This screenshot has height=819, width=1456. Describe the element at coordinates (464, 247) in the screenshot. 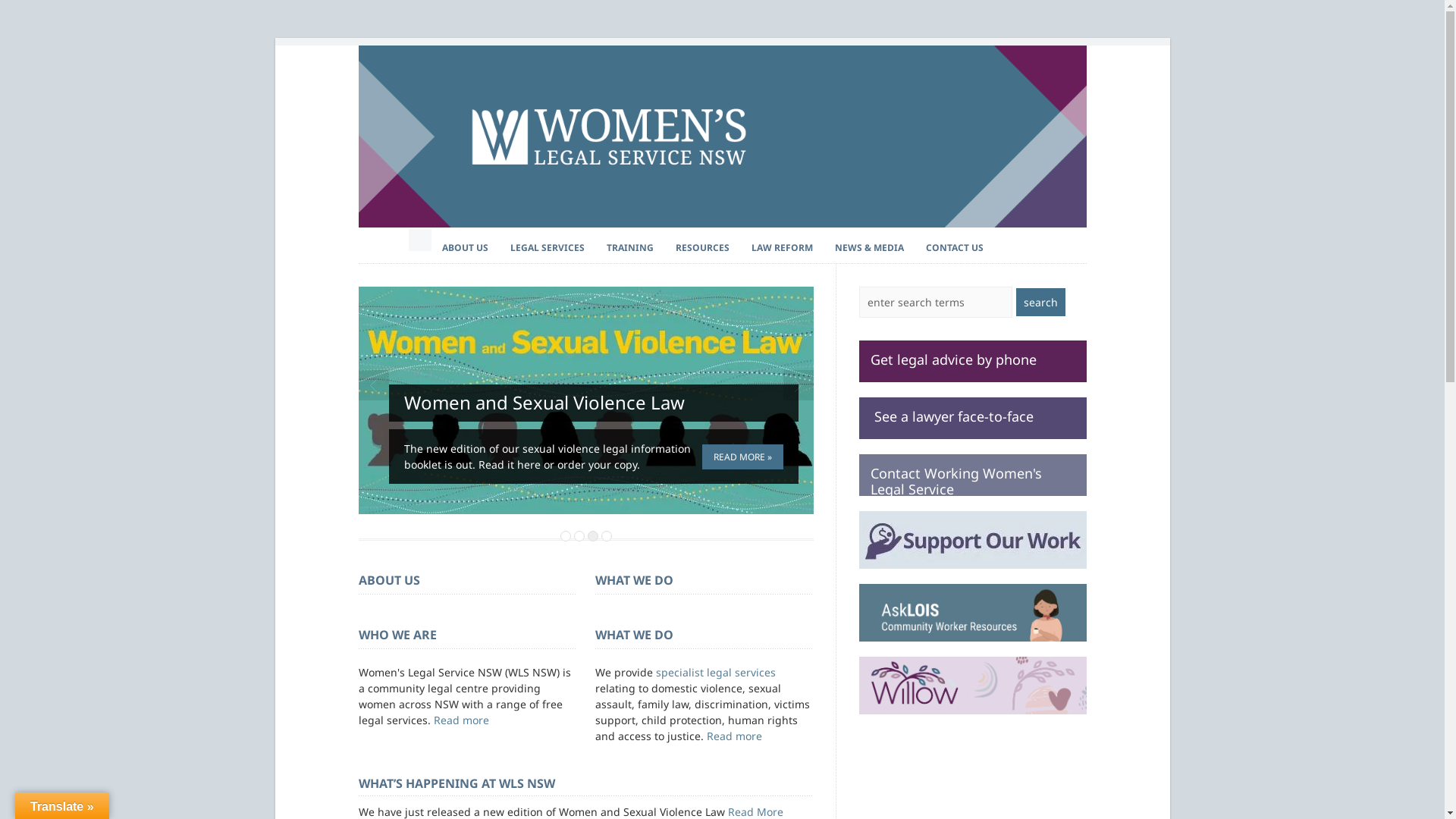

I see `'ABOUT US'` at that location.